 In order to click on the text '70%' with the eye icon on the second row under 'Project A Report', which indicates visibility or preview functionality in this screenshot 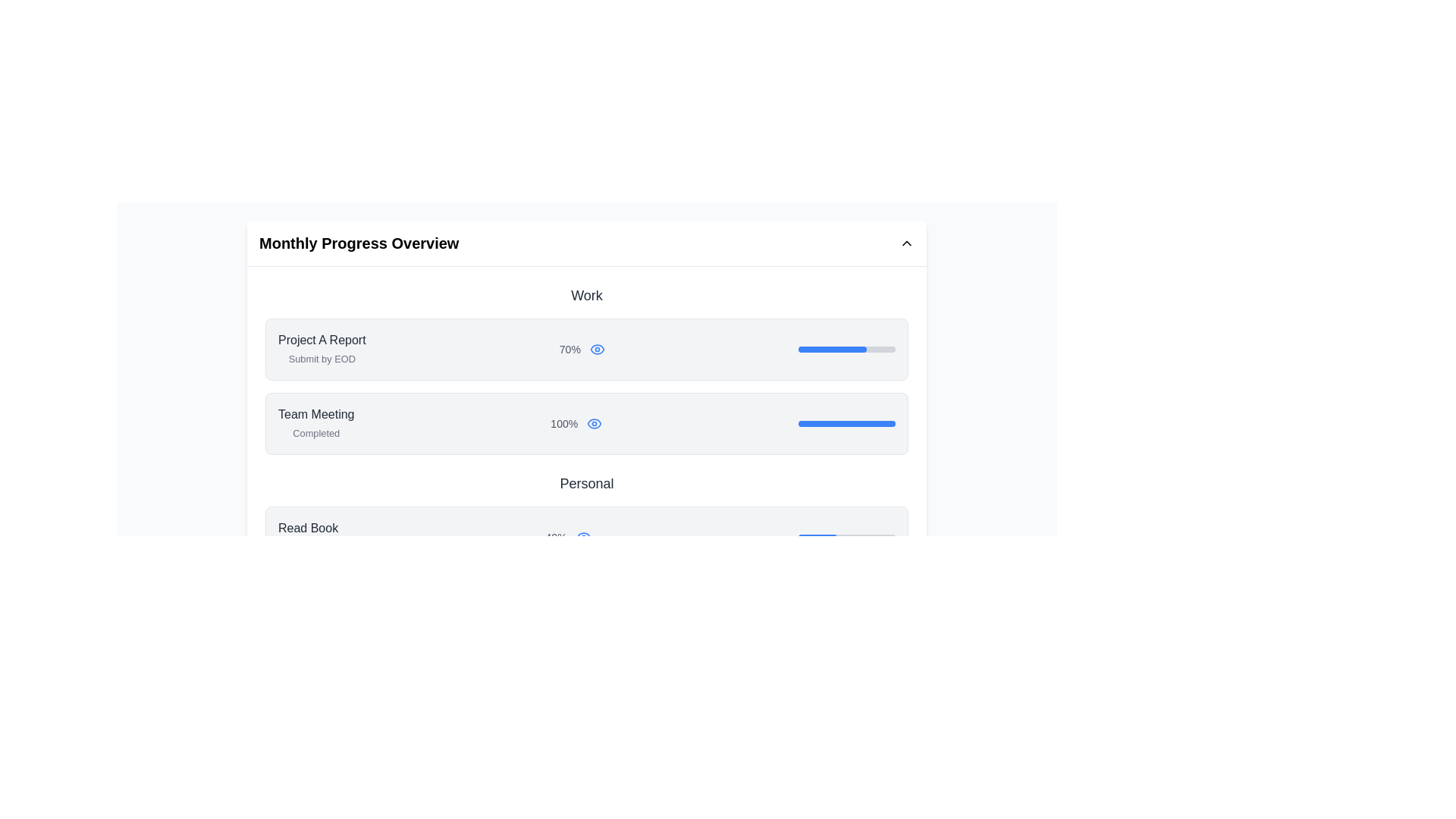, I will do `click(581, 350)`.